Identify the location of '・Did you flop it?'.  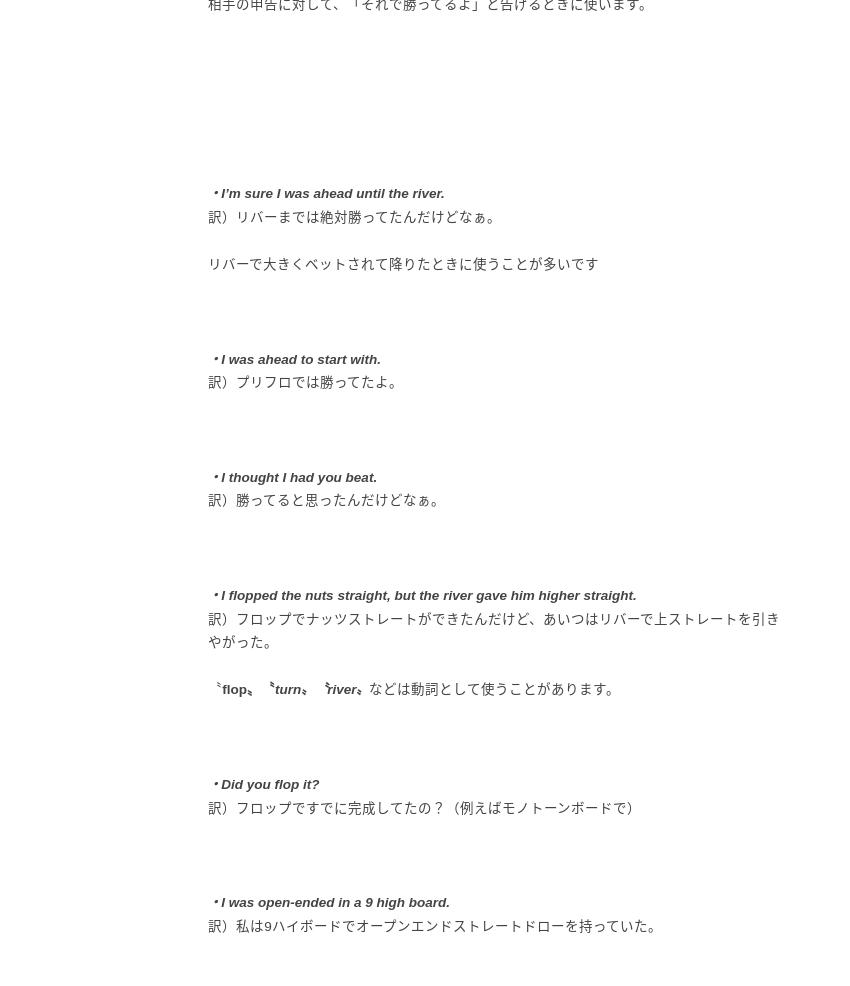
(262, 783).